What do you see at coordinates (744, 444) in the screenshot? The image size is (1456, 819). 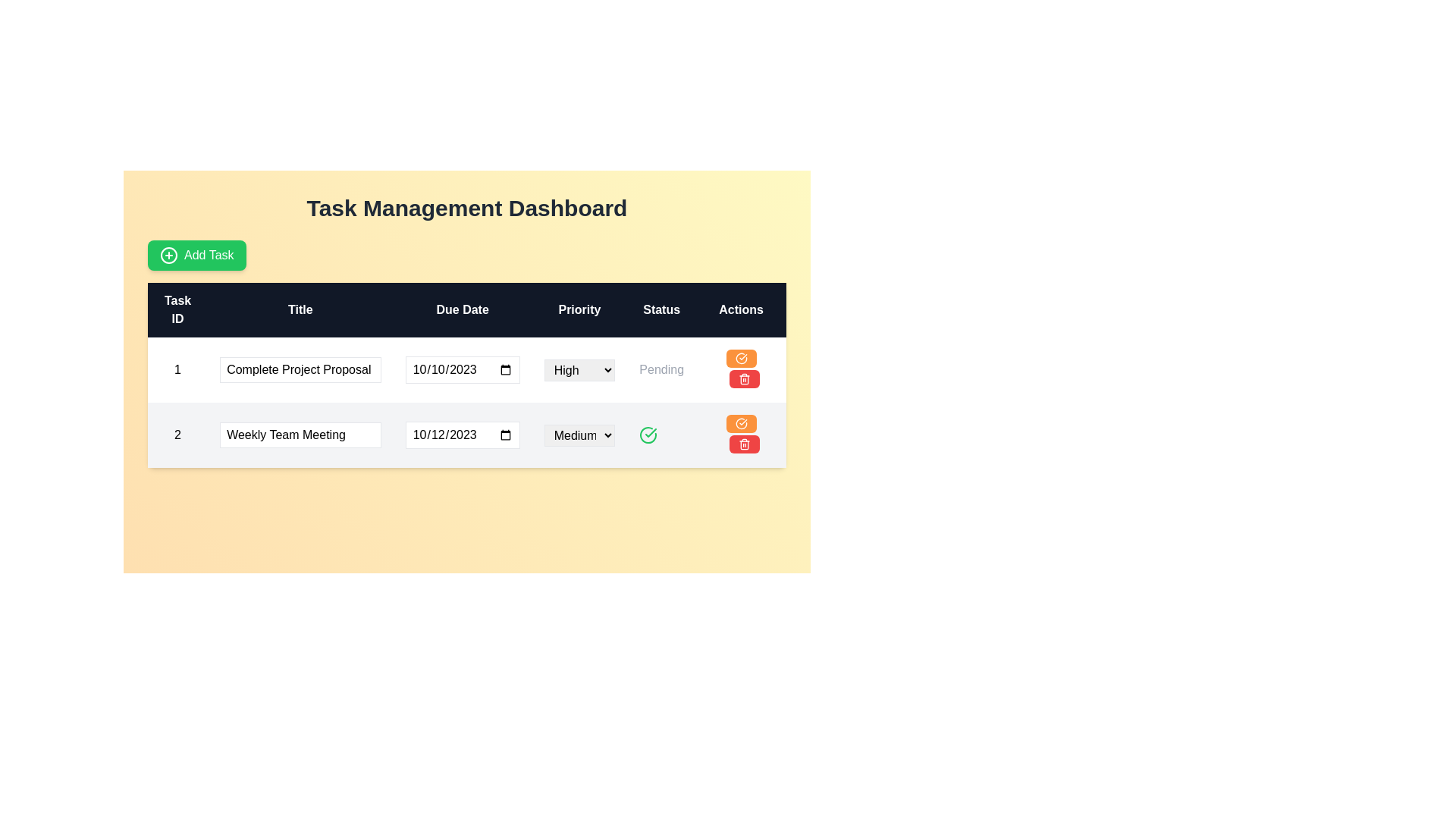 I see `the trash bin icon button with a red background in the 'Actions' column of the second row in the 'Task Management Dashboard'` at bounding box center [744, 444].